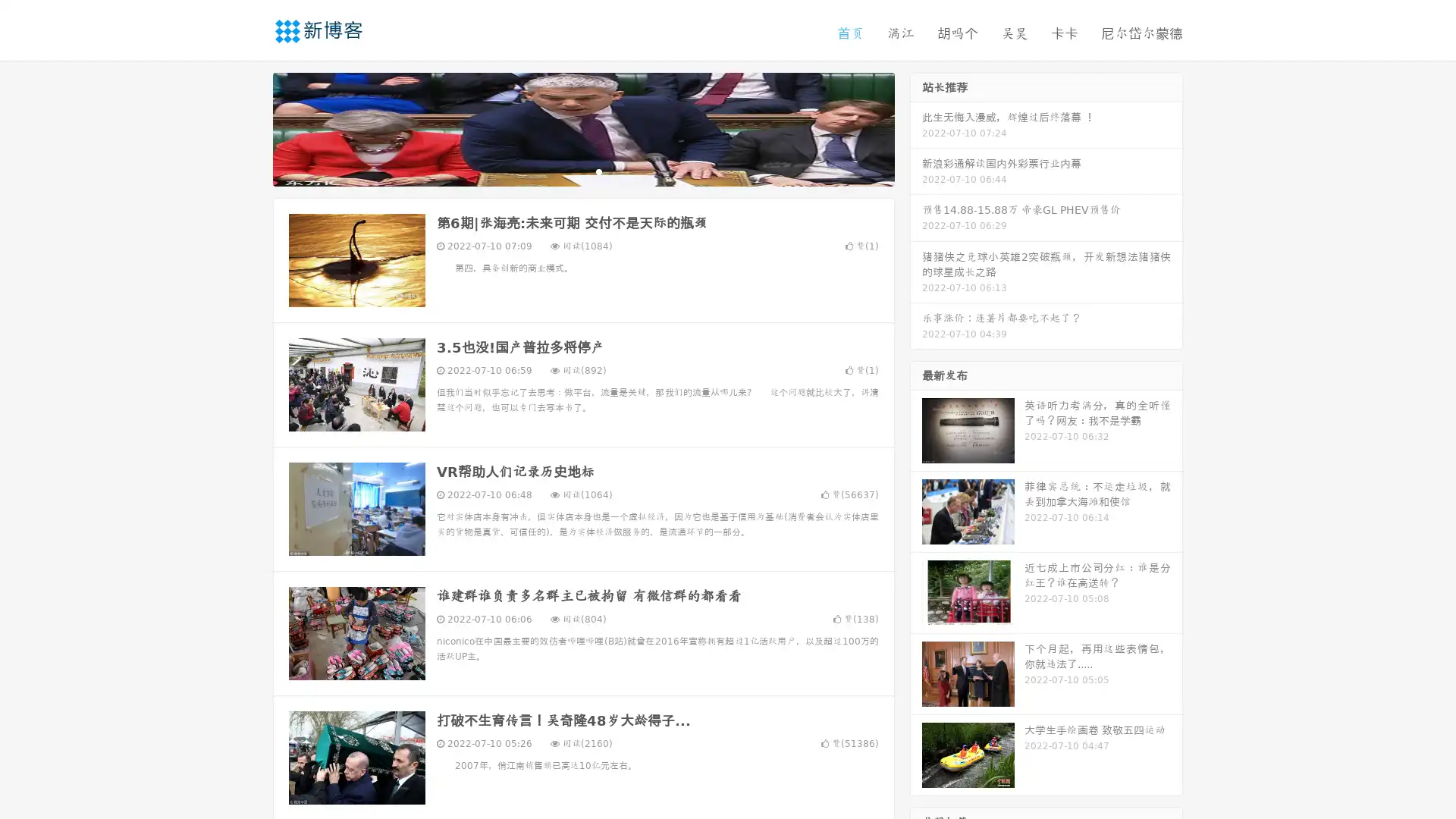 This screenshot has width=1456, height=819. What do you see at coordinates (567, 171) in the screenshot?
I see `Go to slide 1` at bounding box center [567, 171].